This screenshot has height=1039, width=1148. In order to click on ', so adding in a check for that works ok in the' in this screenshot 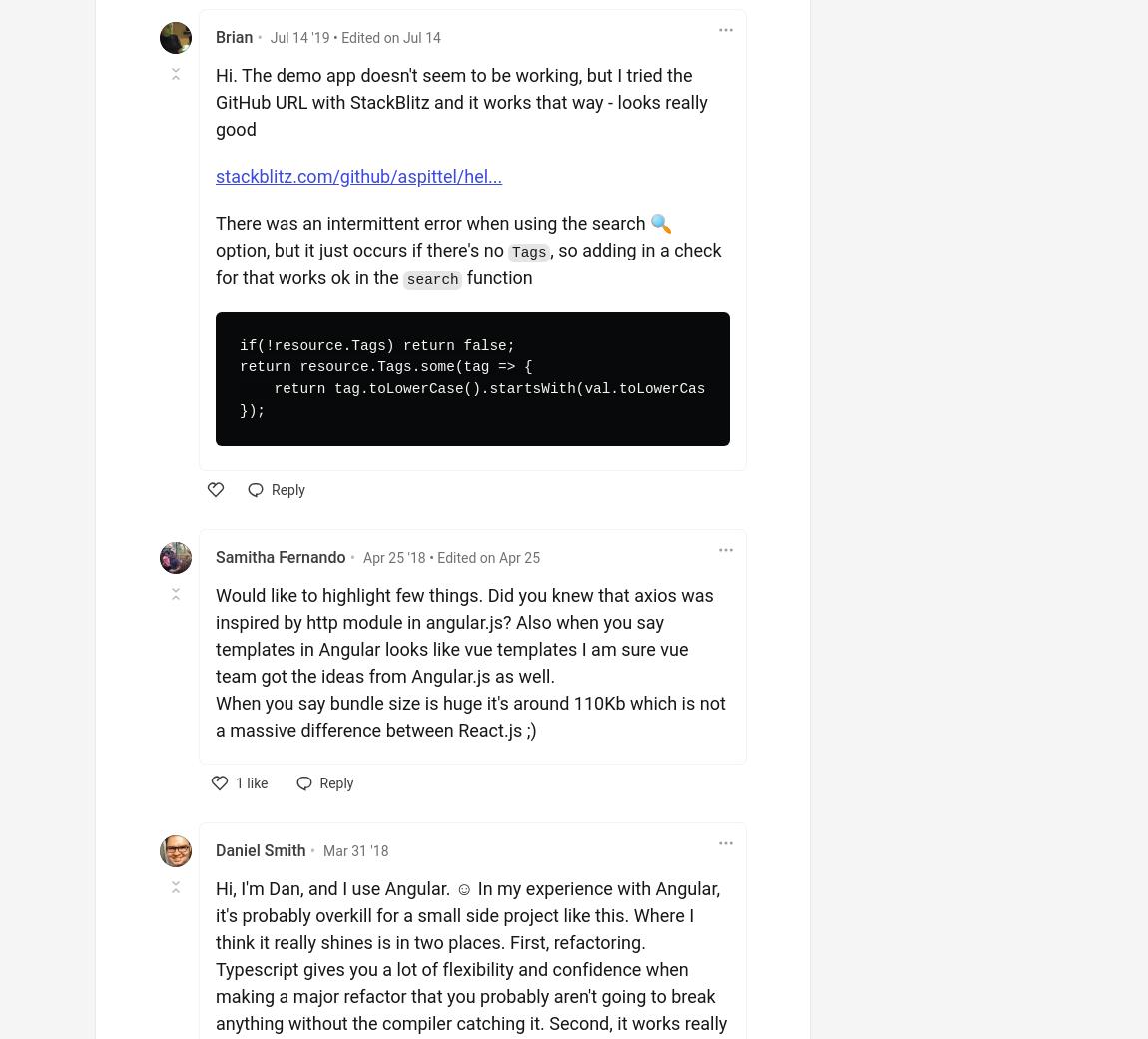, I will do `click(467, 262)`.